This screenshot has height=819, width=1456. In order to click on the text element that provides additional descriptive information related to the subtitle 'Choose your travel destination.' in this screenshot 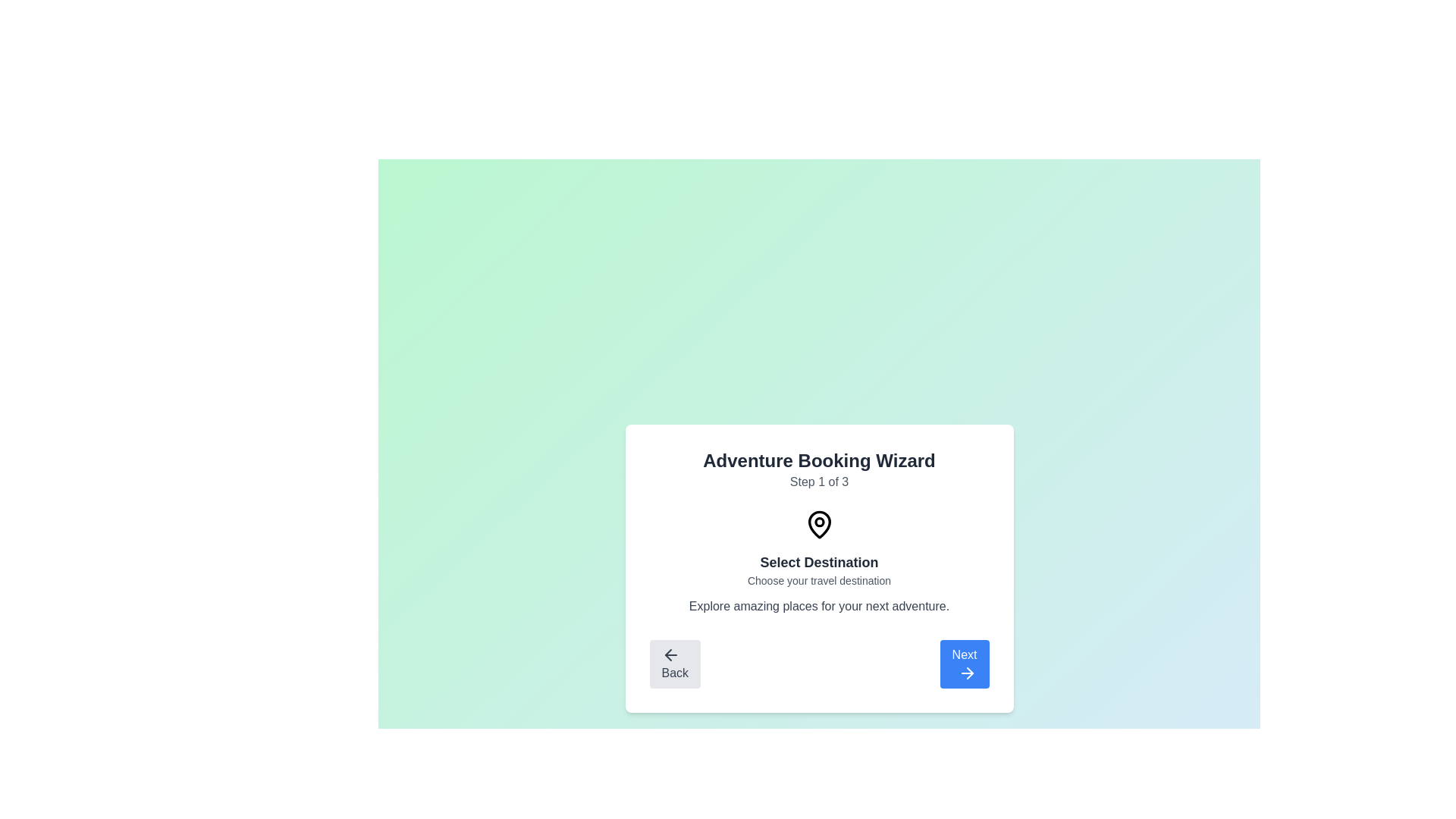, I will do `click(818, 605)`.